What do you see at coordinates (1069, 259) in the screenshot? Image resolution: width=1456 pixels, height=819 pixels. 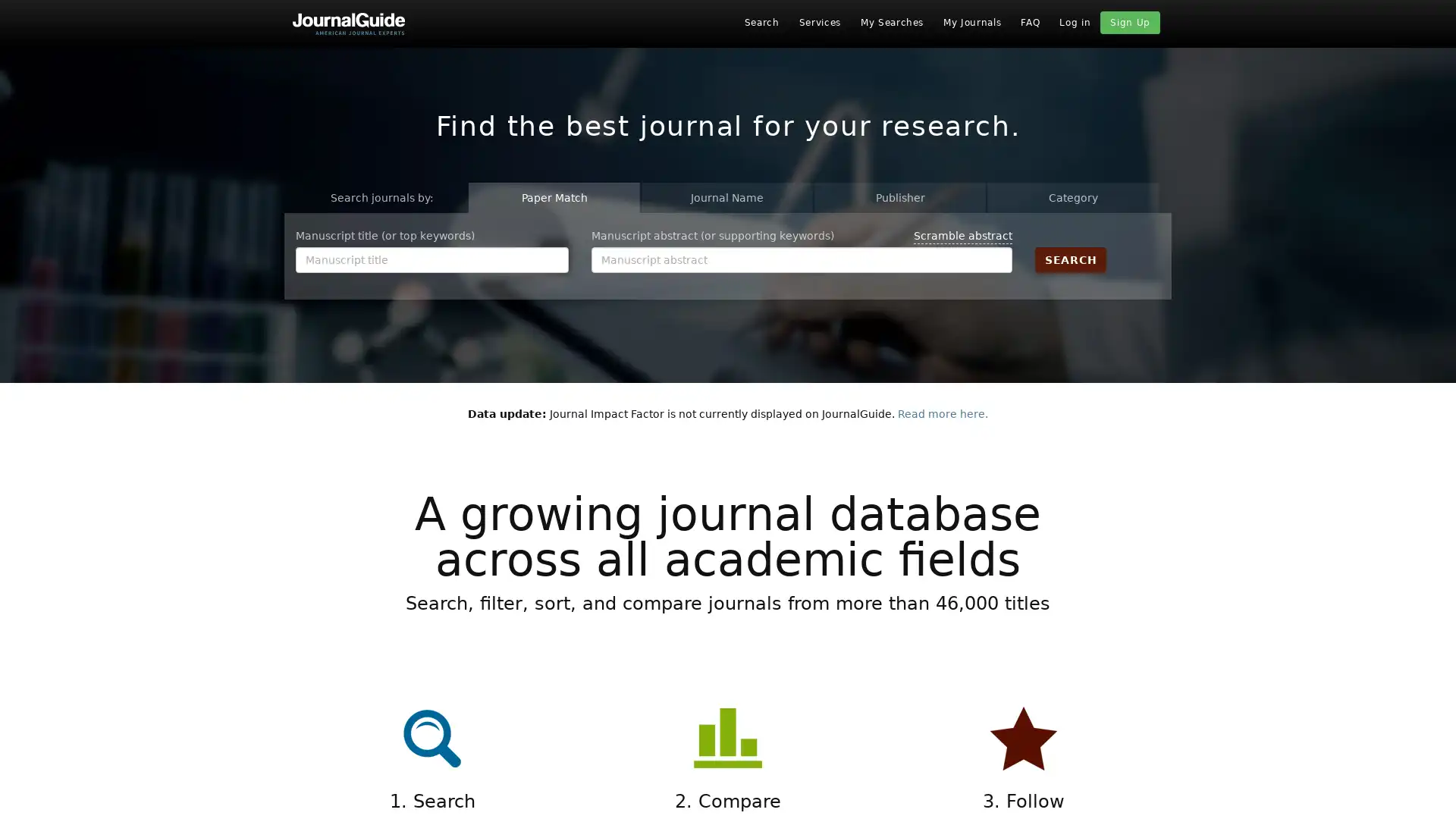 I see `SEARCH` at bounding box center [1069, 259].